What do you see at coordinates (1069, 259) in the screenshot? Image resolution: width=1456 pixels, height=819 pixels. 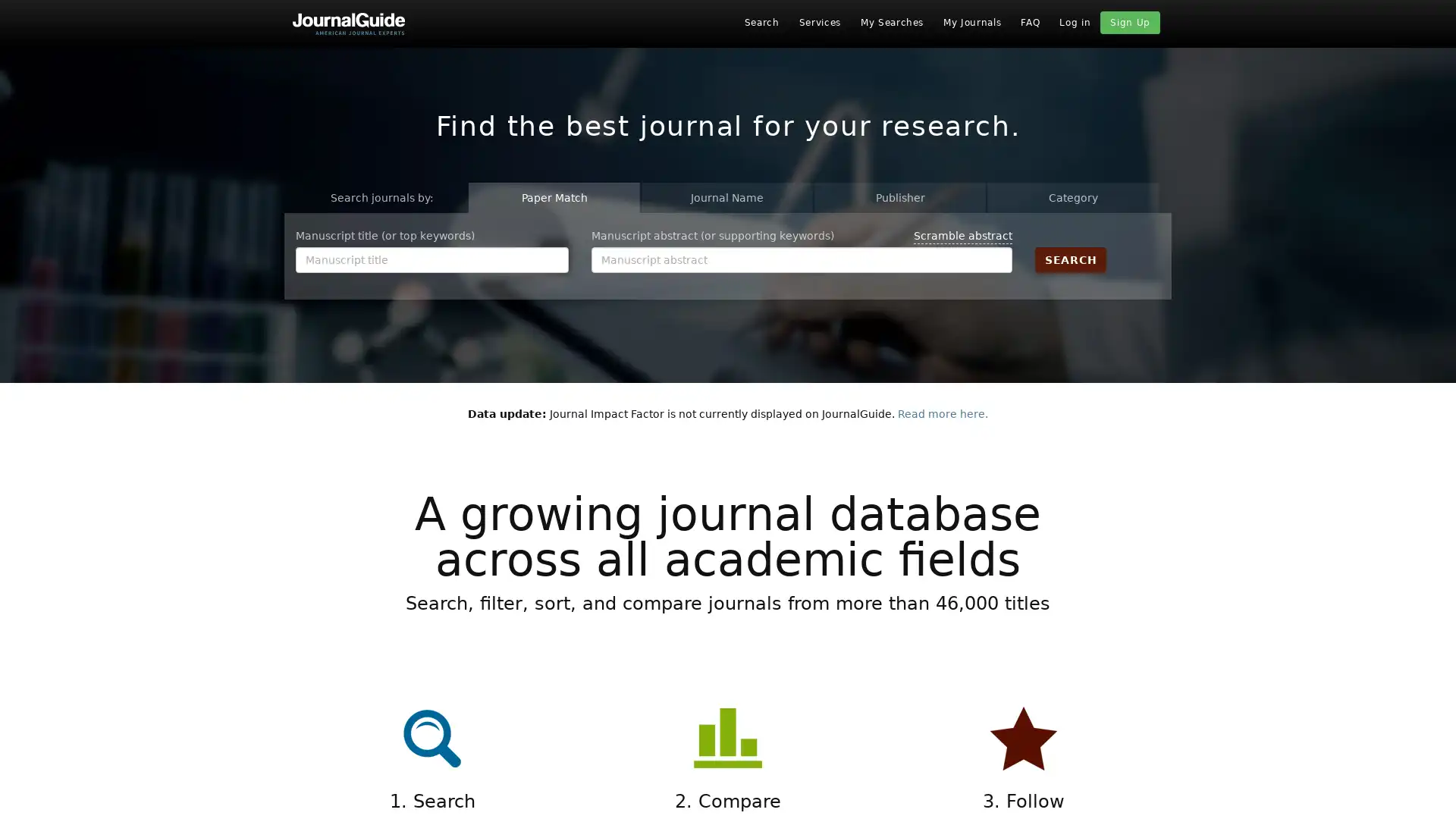 I see `SEARCH` at bounding box center [1069, 259].